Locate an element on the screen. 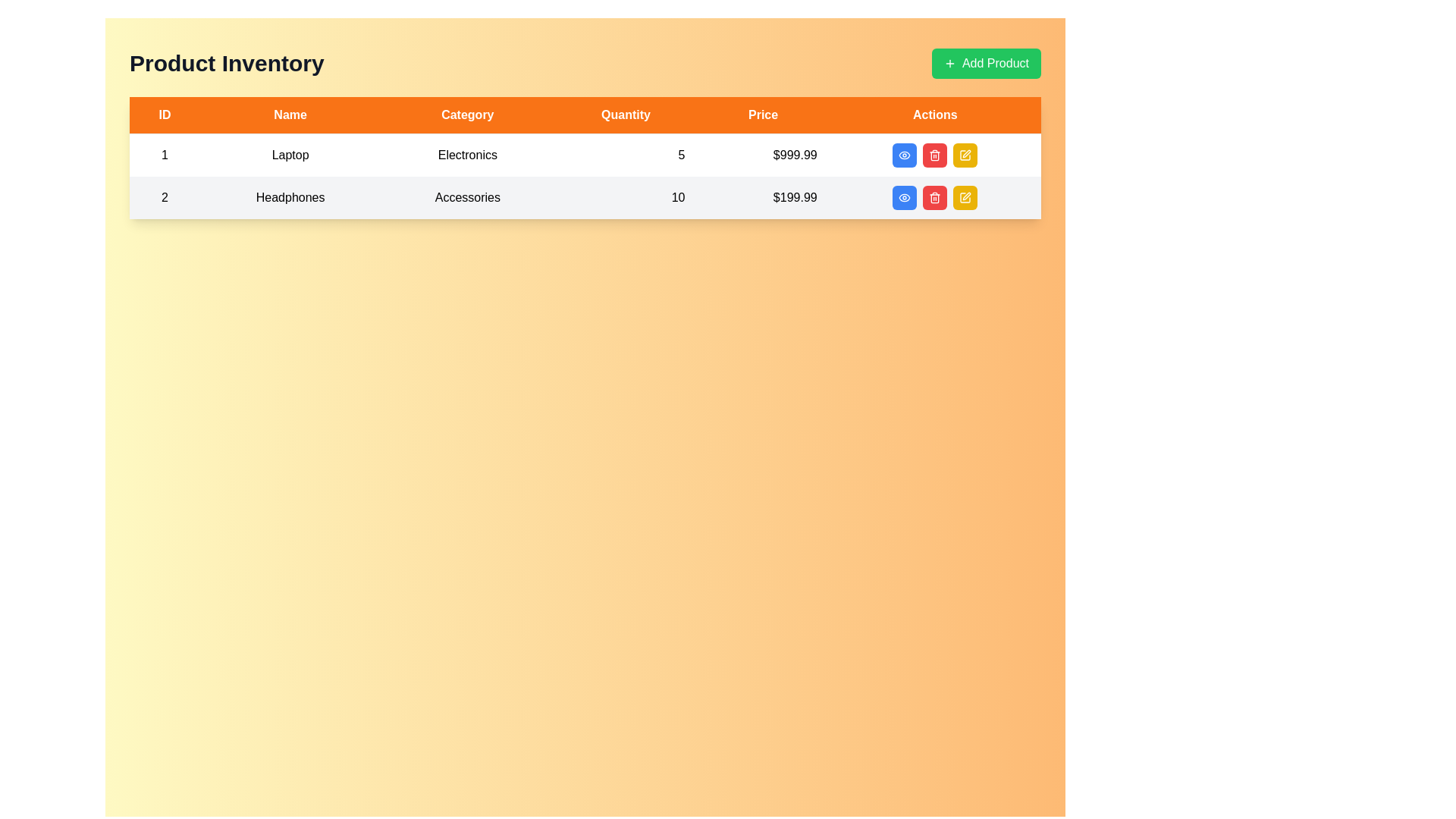 The image size is (1456, 819). the delete button located in the 'Actions' column next to the second row of data in the table is located at coordinates (934, 197).